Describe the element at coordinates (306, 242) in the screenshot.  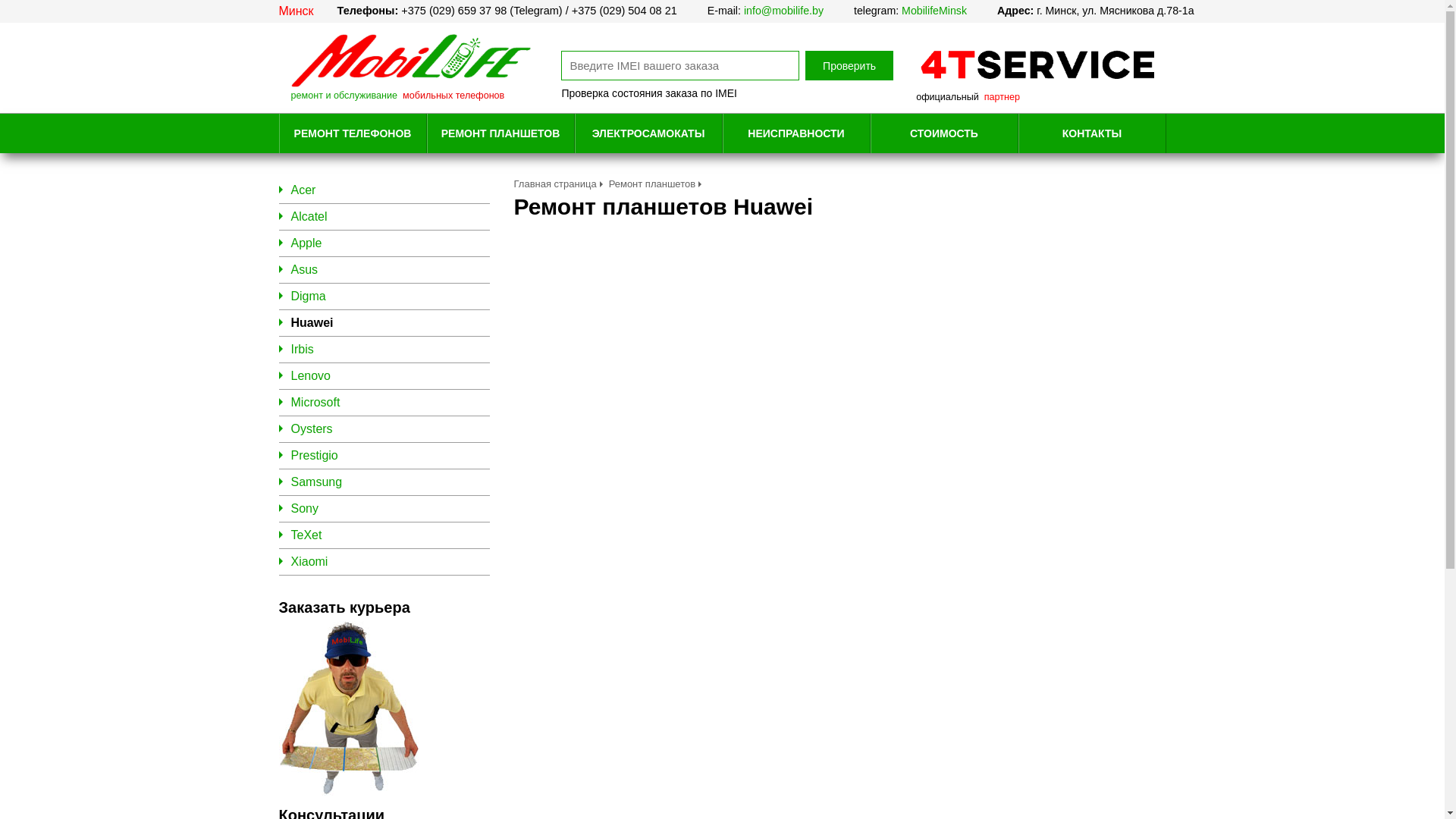
I see `'Apple'` at that location.